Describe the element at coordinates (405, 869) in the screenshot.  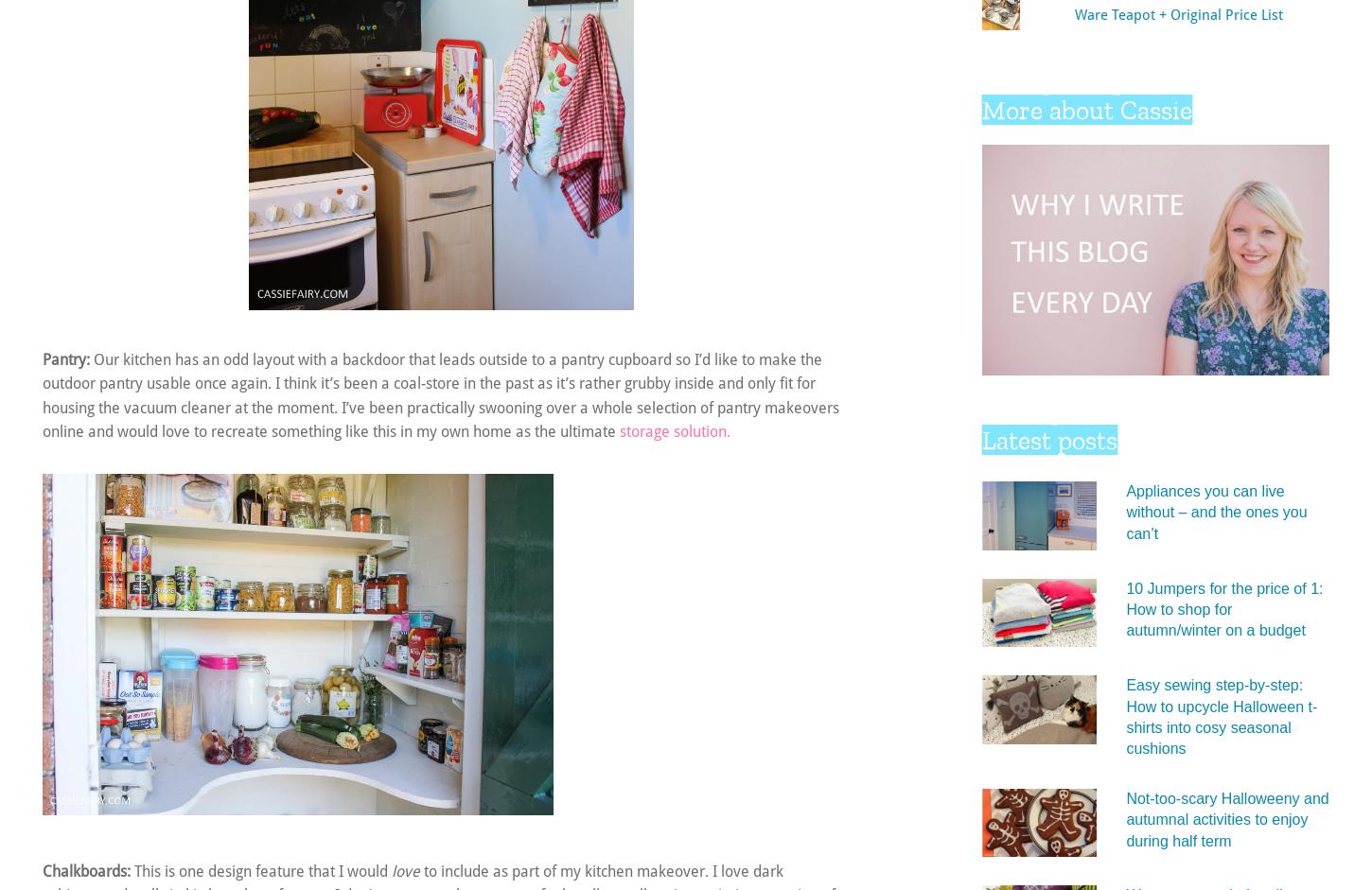
I see `'love'` at that location.